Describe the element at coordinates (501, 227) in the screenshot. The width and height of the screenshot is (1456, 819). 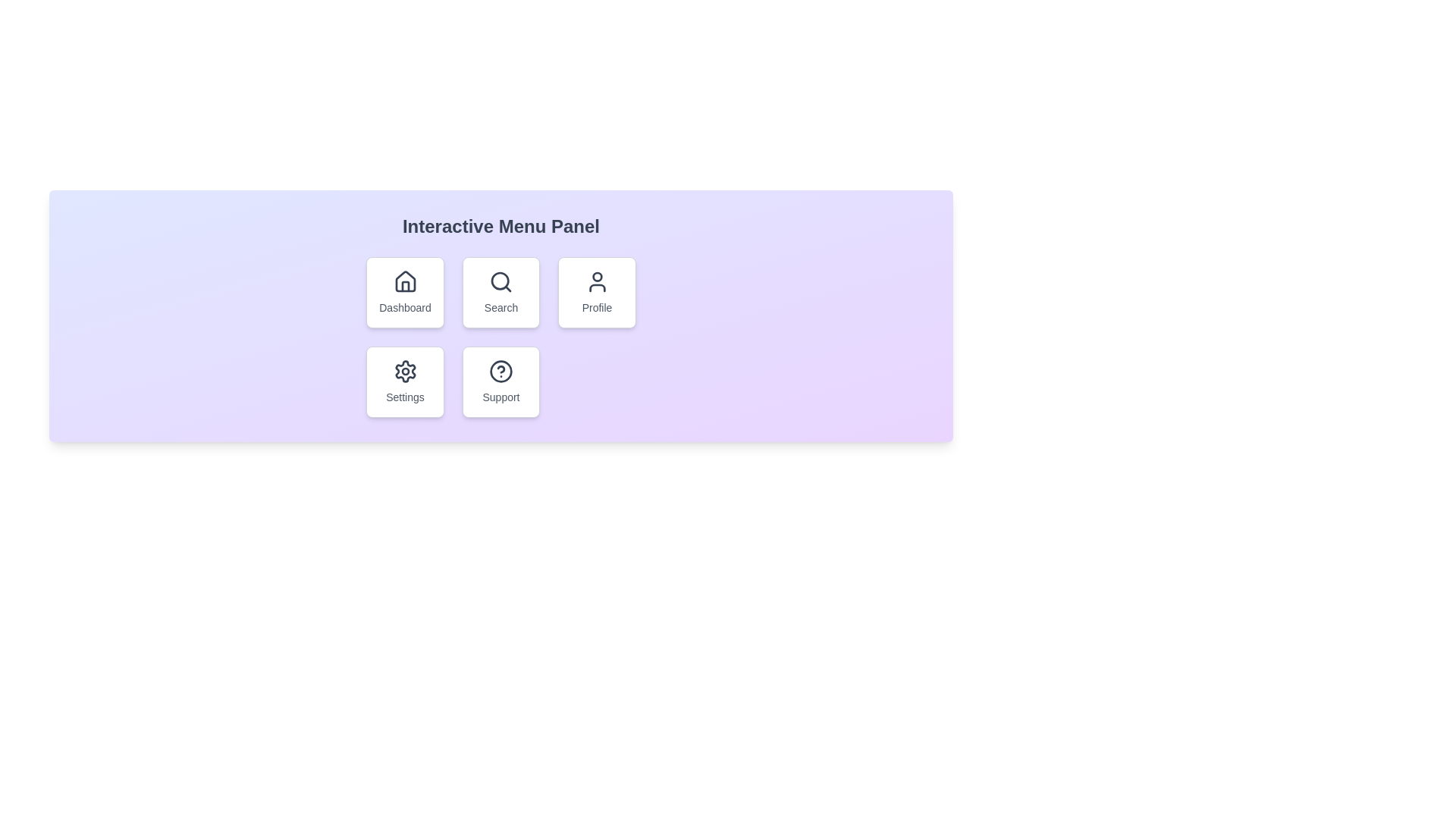
I see `text of the heading positioned at the top of the card-like component with a purple gradient background, which introduces the section below it` at that location.